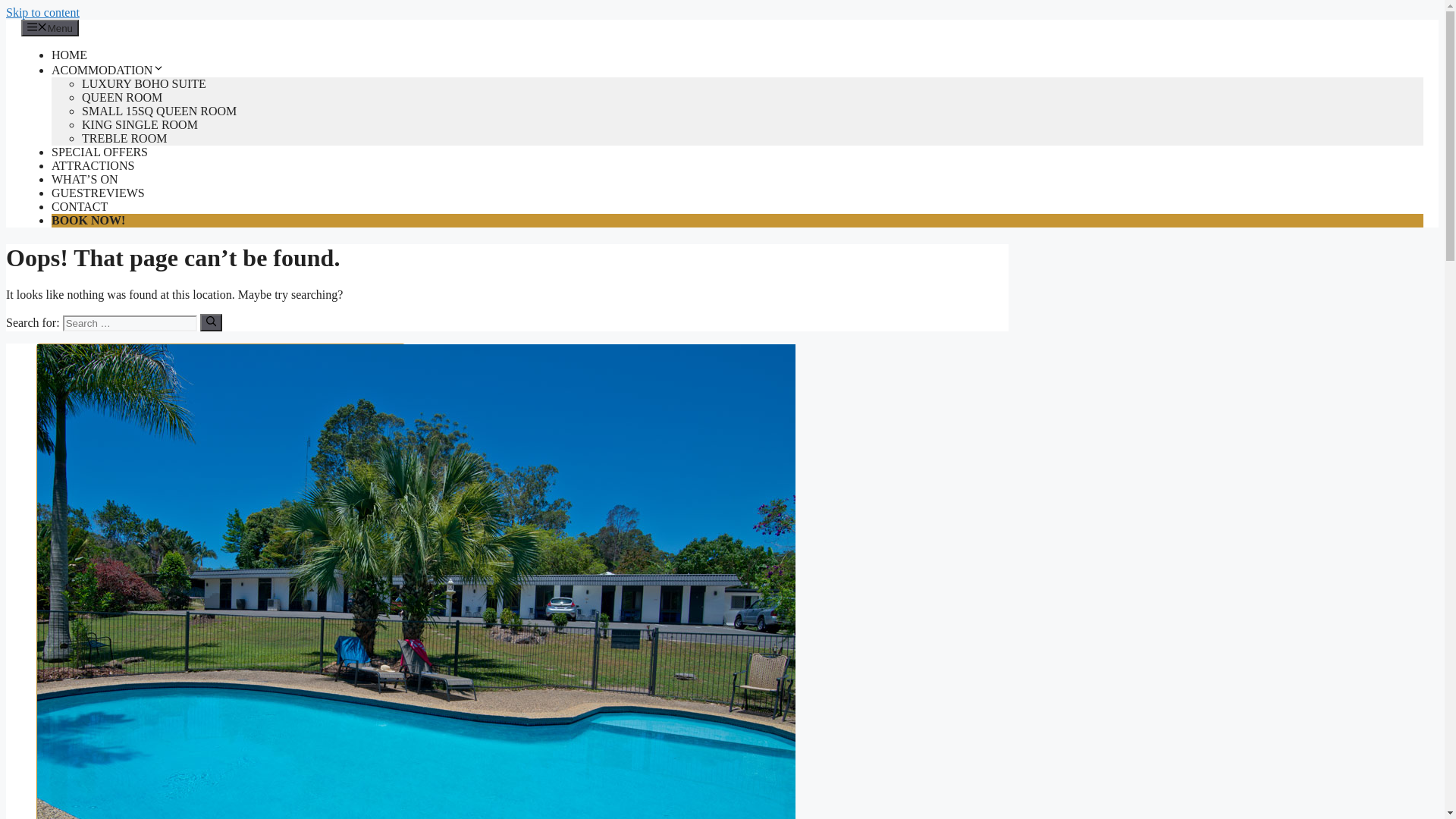 Image resolution: width=1456 pixels, height=819 pixels. I want to click on 'QUEEN ROOM', so click(122, 97).